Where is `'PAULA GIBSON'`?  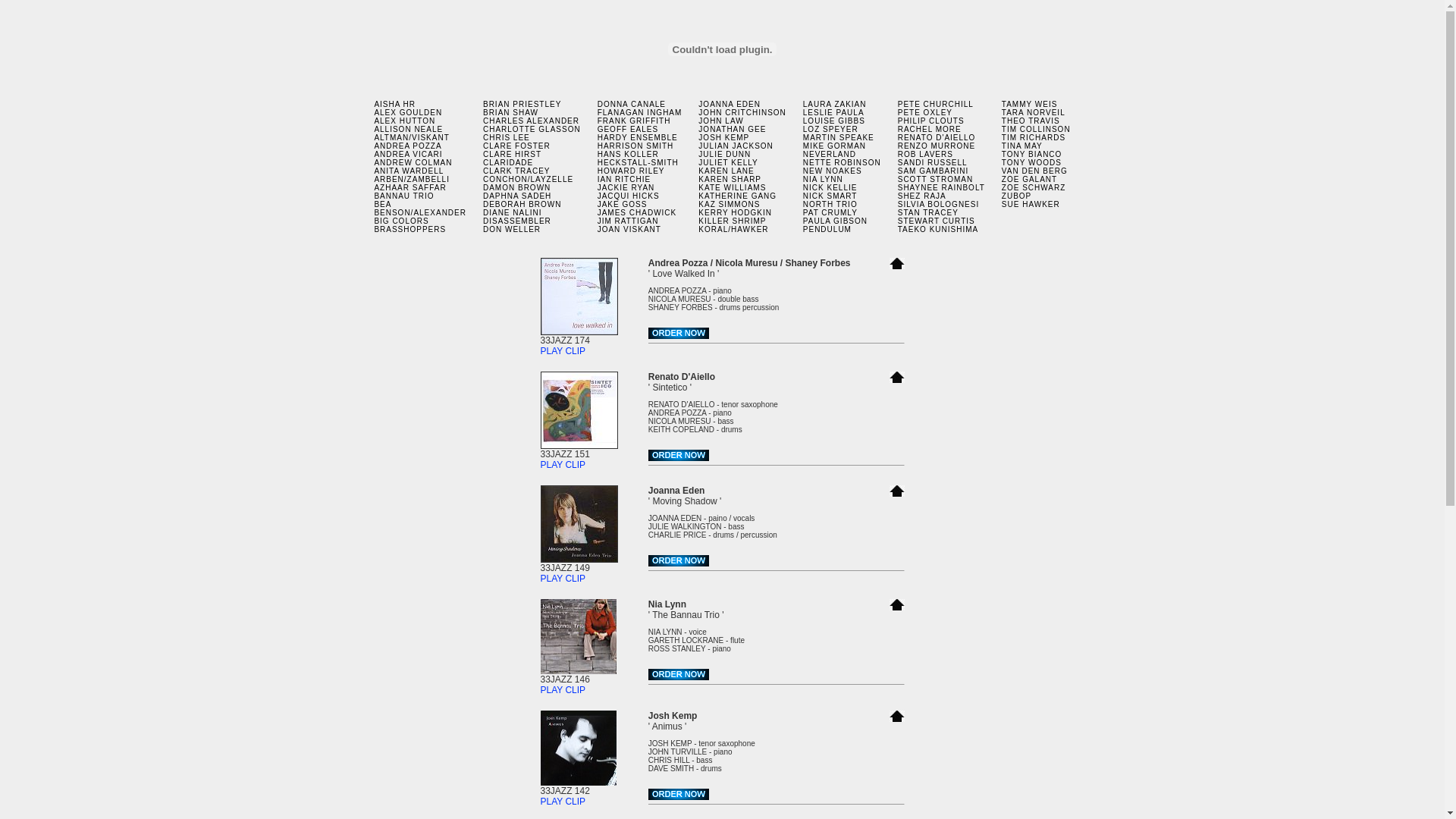
'PAULA GIBSON' is located at coordinates (802, 221).